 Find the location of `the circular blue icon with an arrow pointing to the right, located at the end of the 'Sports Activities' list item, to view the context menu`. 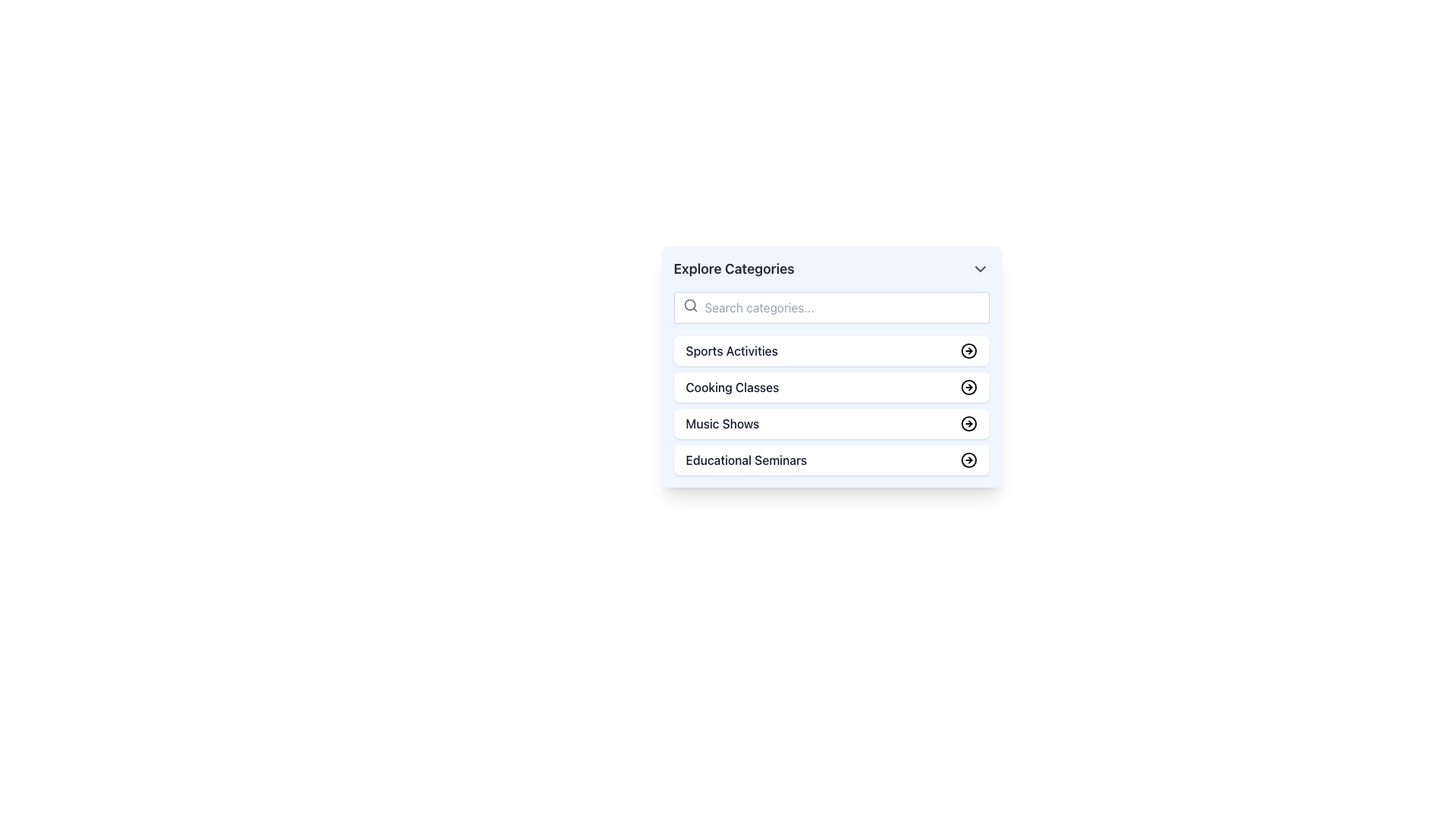

the circular blue icon with an arrow pointing to the right, located at the end of the 'Sports Activities' list item, to view the context menu is located at coordinates (968, 350).